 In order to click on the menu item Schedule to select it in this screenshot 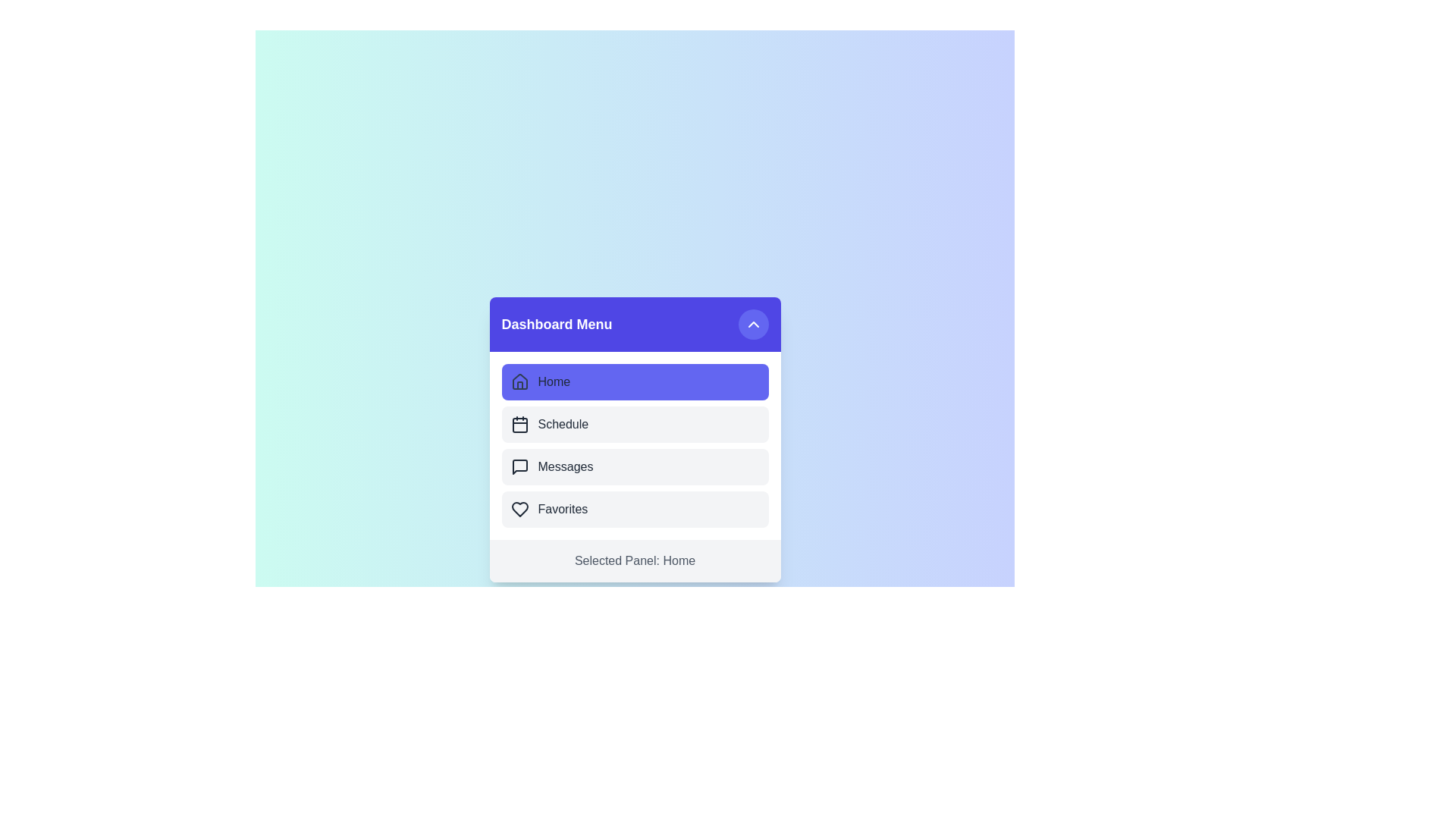, I will do `click(635, 424)`.